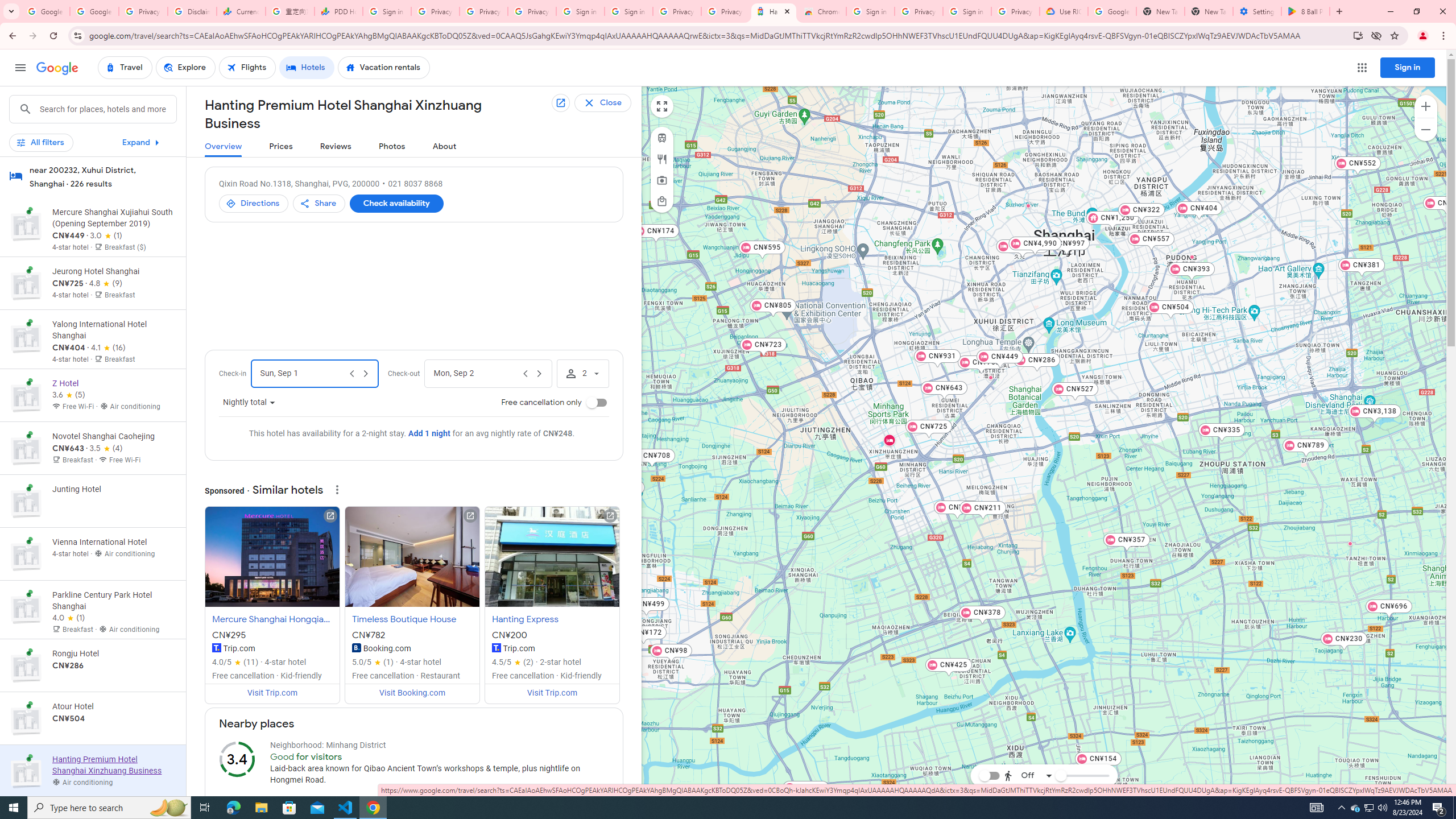 This screenshot has width=1456, height=819. I want to click on 'Currencies - Google Finance', so click(241, 11).